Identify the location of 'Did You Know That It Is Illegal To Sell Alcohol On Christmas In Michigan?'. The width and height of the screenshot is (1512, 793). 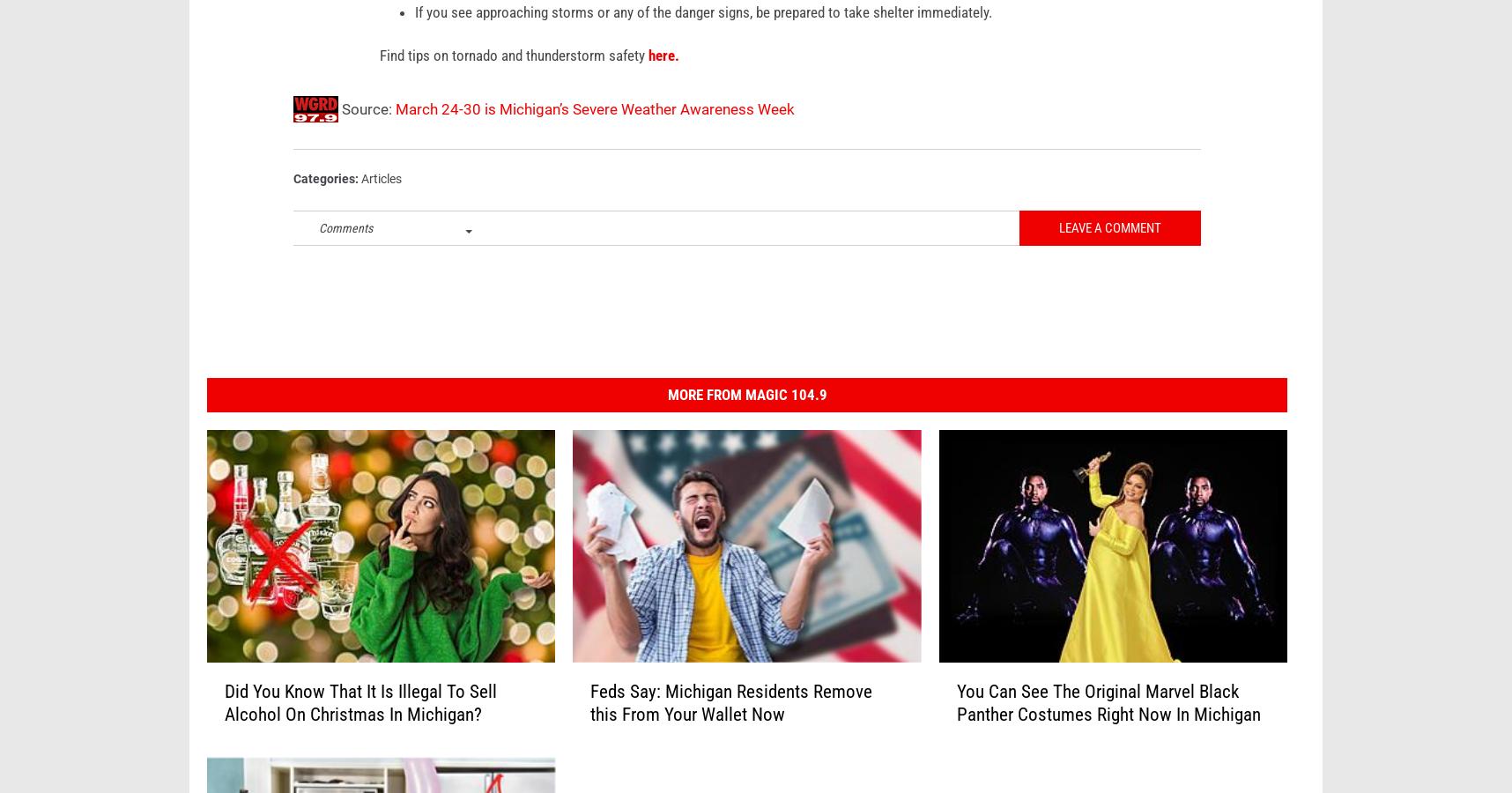
(360, 730).